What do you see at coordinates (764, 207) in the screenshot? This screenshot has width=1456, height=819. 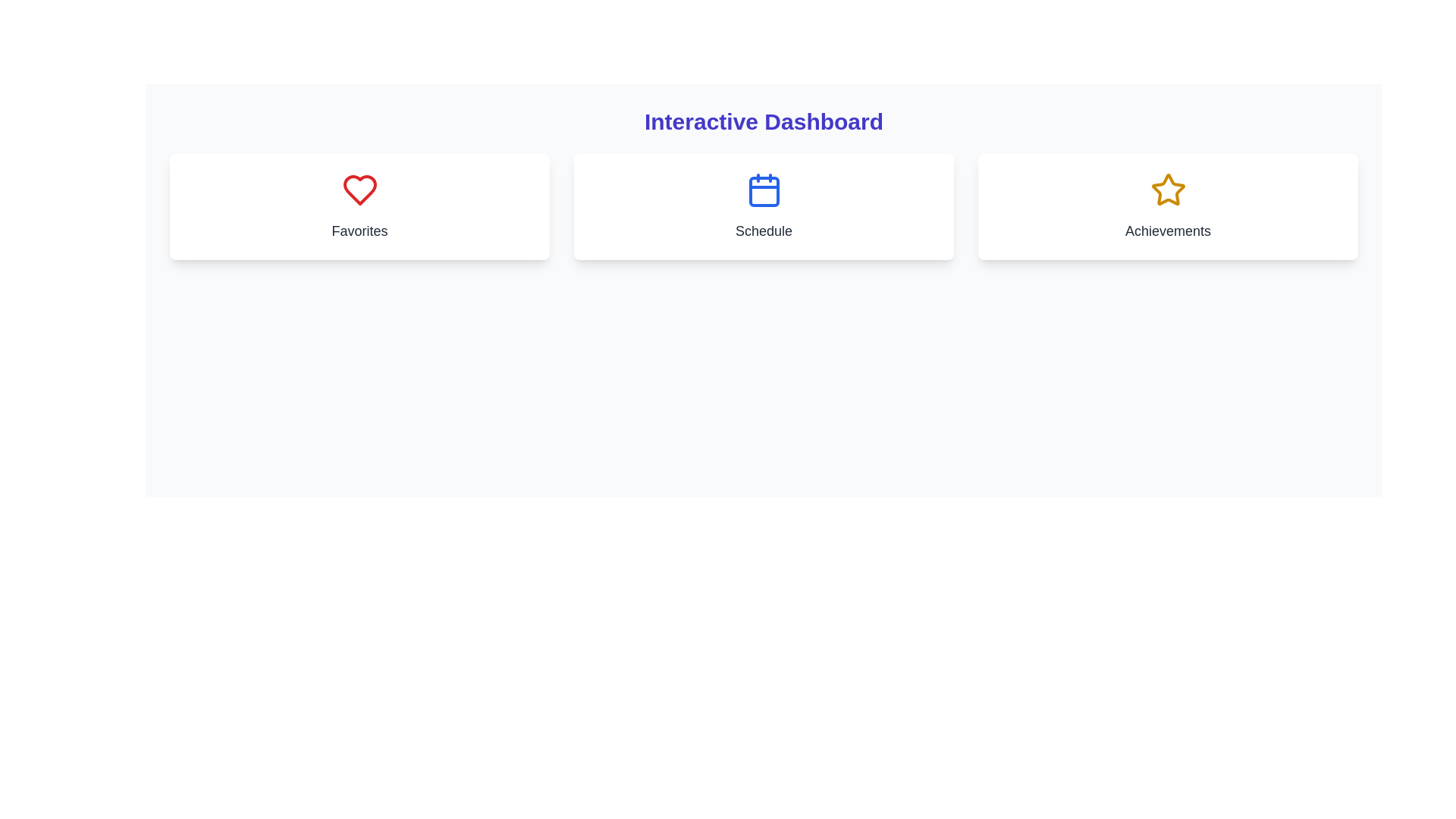 I see `the navigation button located under the 'Interactive Dashboard' header` at bounding box center [764, 207].